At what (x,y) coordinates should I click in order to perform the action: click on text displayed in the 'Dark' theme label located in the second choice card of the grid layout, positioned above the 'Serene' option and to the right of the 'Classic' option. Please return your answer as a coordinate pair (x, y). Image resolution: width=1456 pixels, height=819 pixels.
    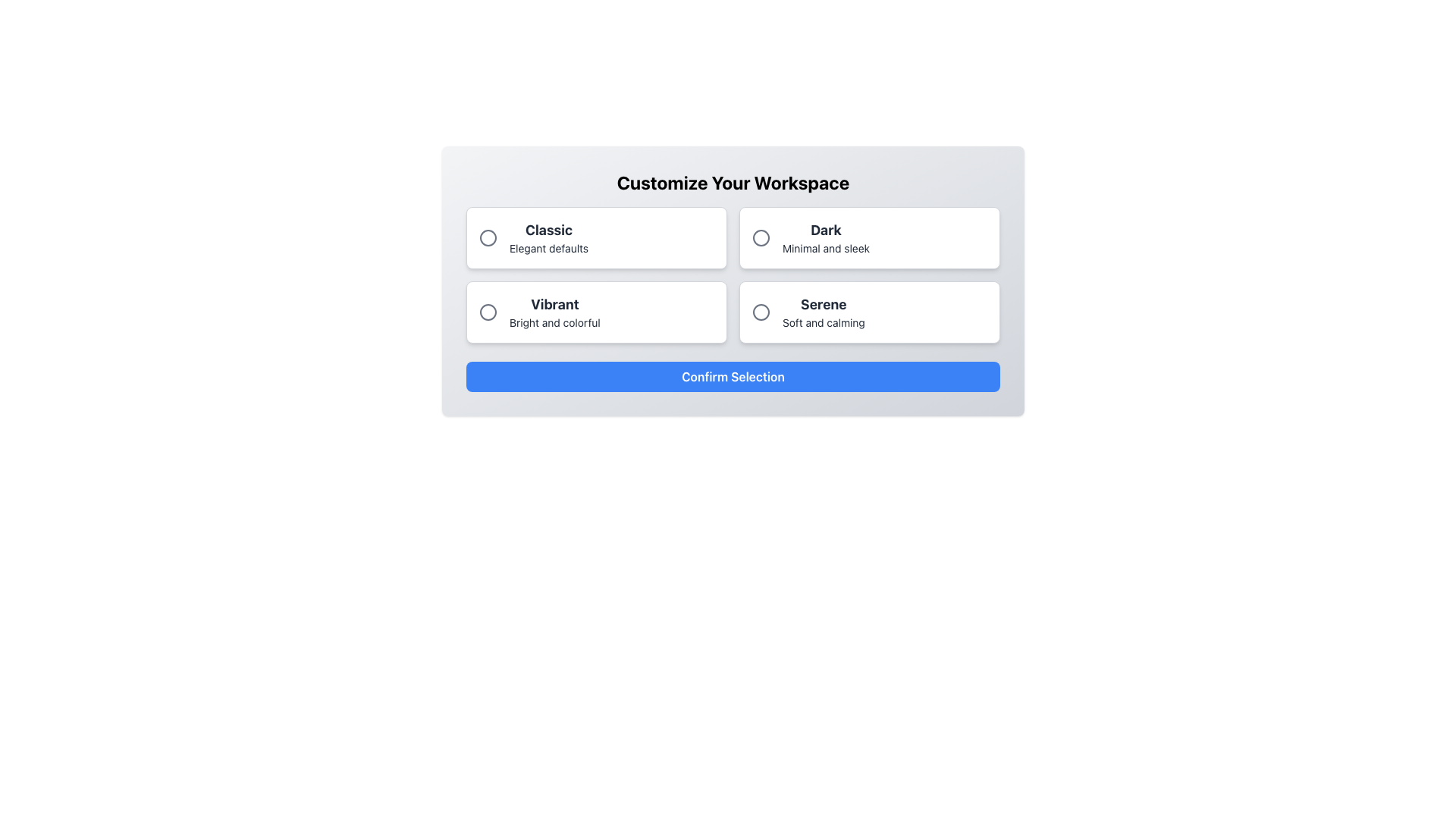
    Looking at the image, I should click on (825, 237).